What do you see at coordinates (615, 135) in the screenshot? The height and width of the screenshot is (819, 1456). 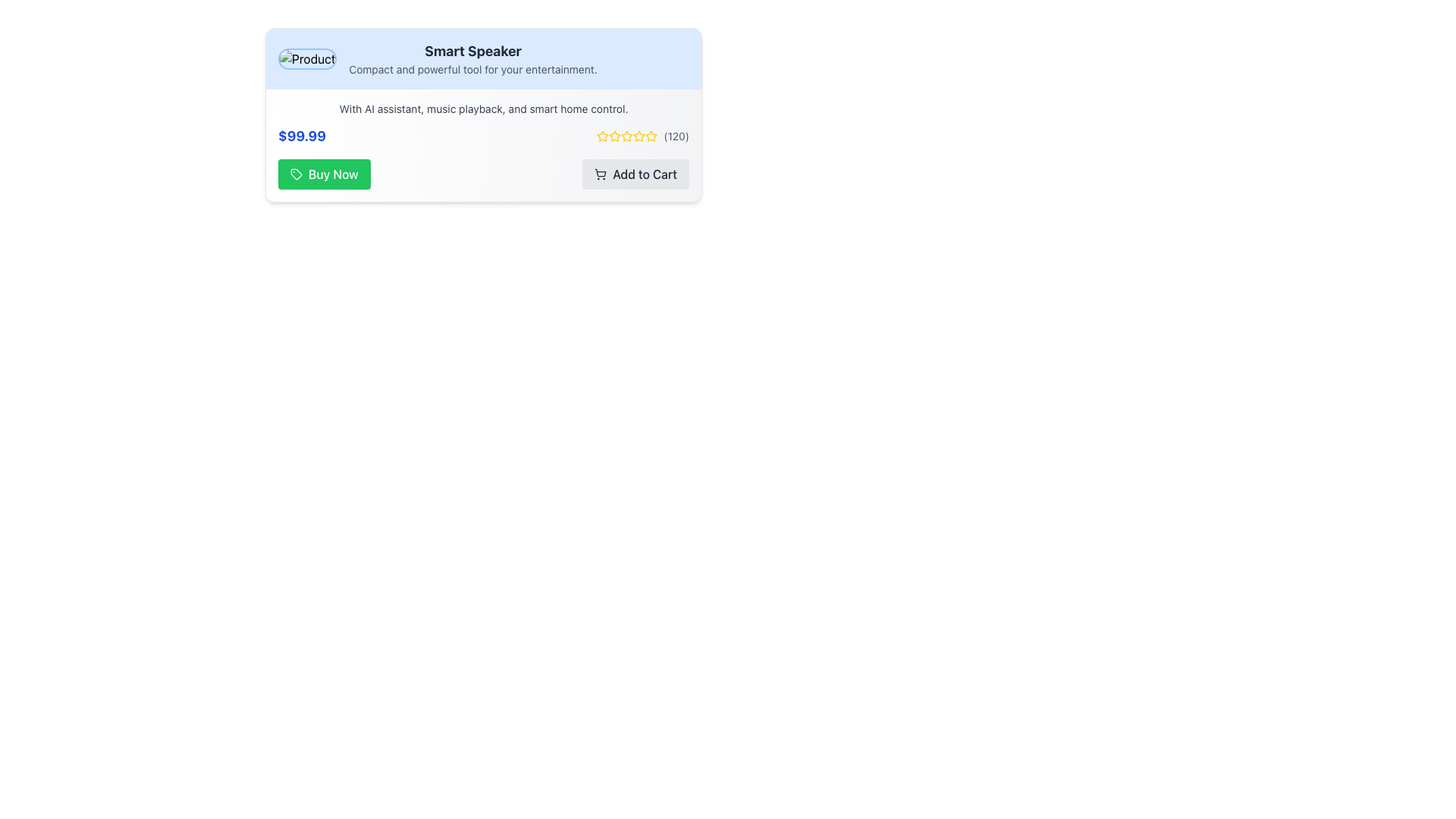 I see `the second star icon in the rating system, which is part of a row of five stars indicating product quality or popularity, located on the middle-right area of the product's information card` at bounding box center [615, 135].